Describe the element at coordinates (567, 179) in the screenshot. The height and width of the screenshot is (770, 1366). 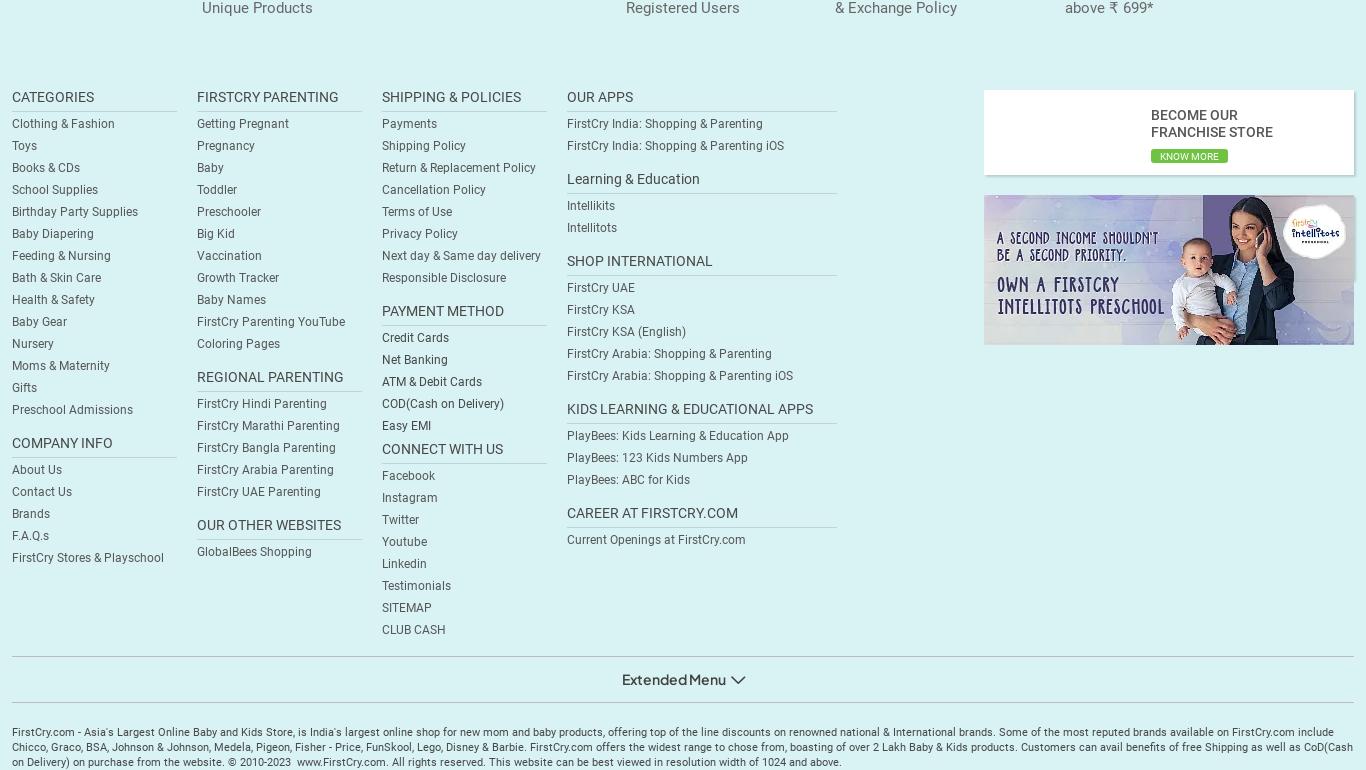
I see `'Learning & Education'` at that location.